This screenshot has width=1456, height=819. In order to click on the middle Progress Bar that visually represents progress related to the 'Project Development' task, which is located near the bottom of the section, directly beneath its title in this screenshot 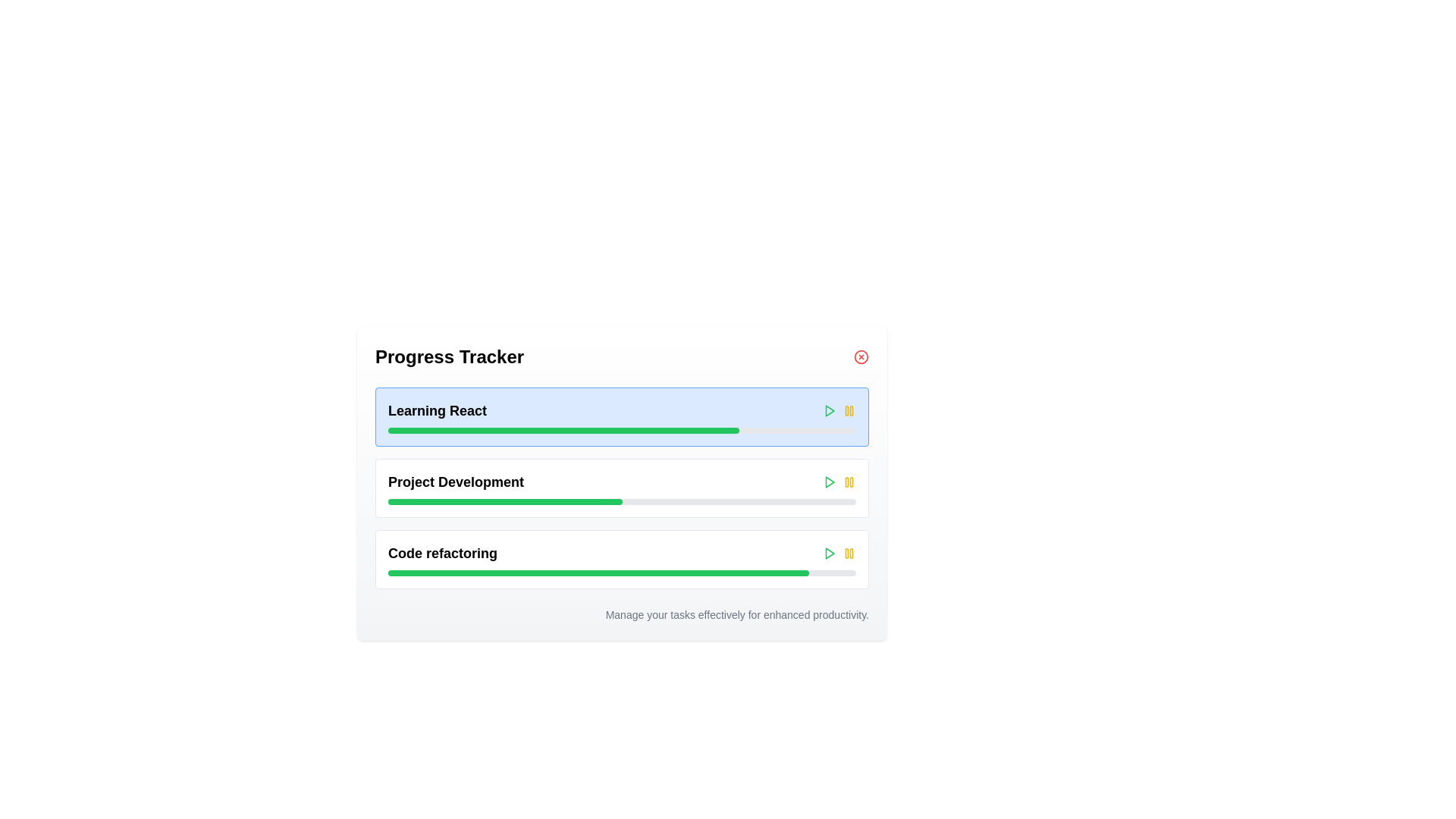, I will do `click(622, 502)`.